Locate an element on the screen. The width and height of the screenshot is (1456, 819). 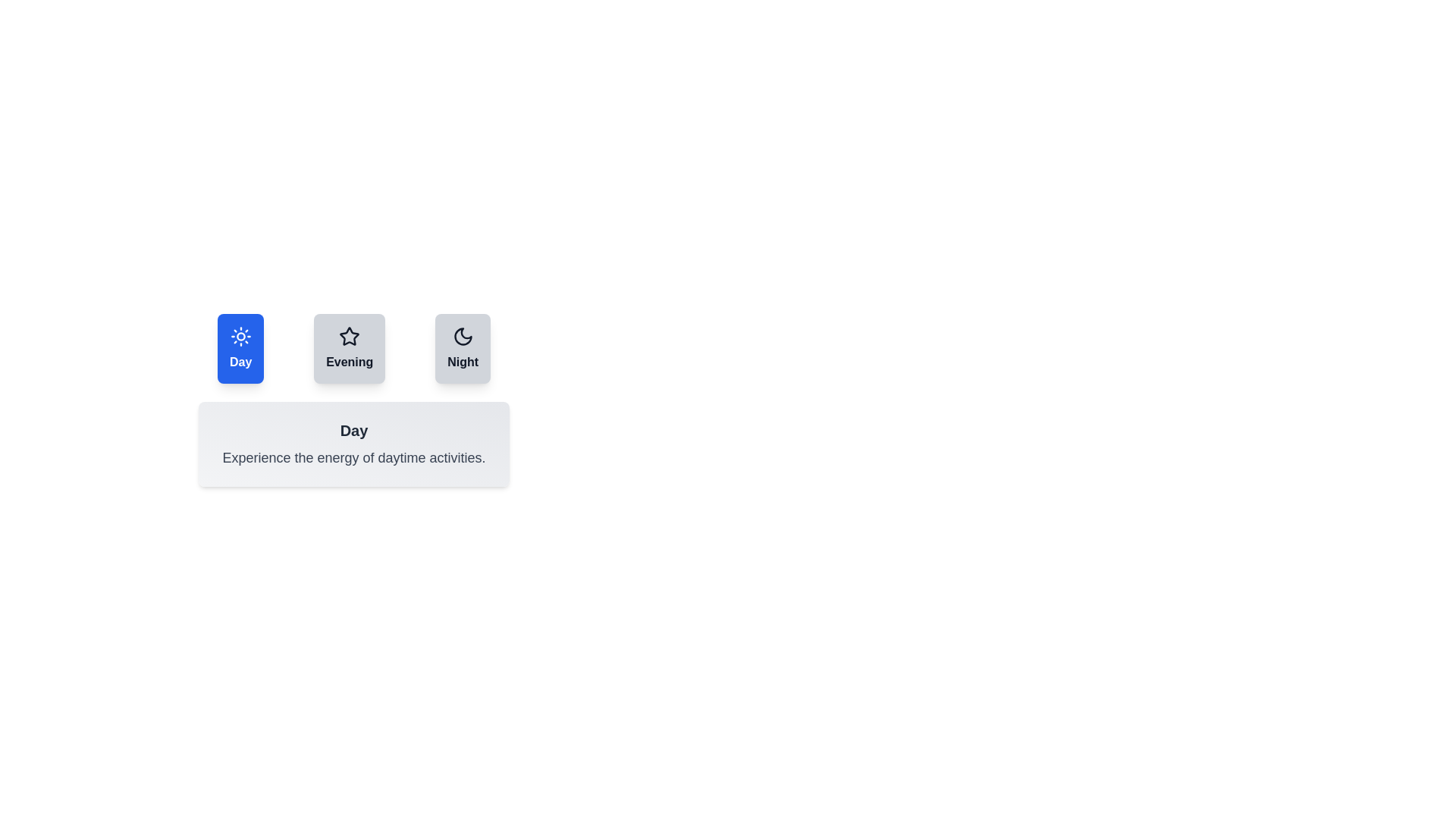
the tab button labeled Evening to observe the hover effect is located at coordinates (349, 348).